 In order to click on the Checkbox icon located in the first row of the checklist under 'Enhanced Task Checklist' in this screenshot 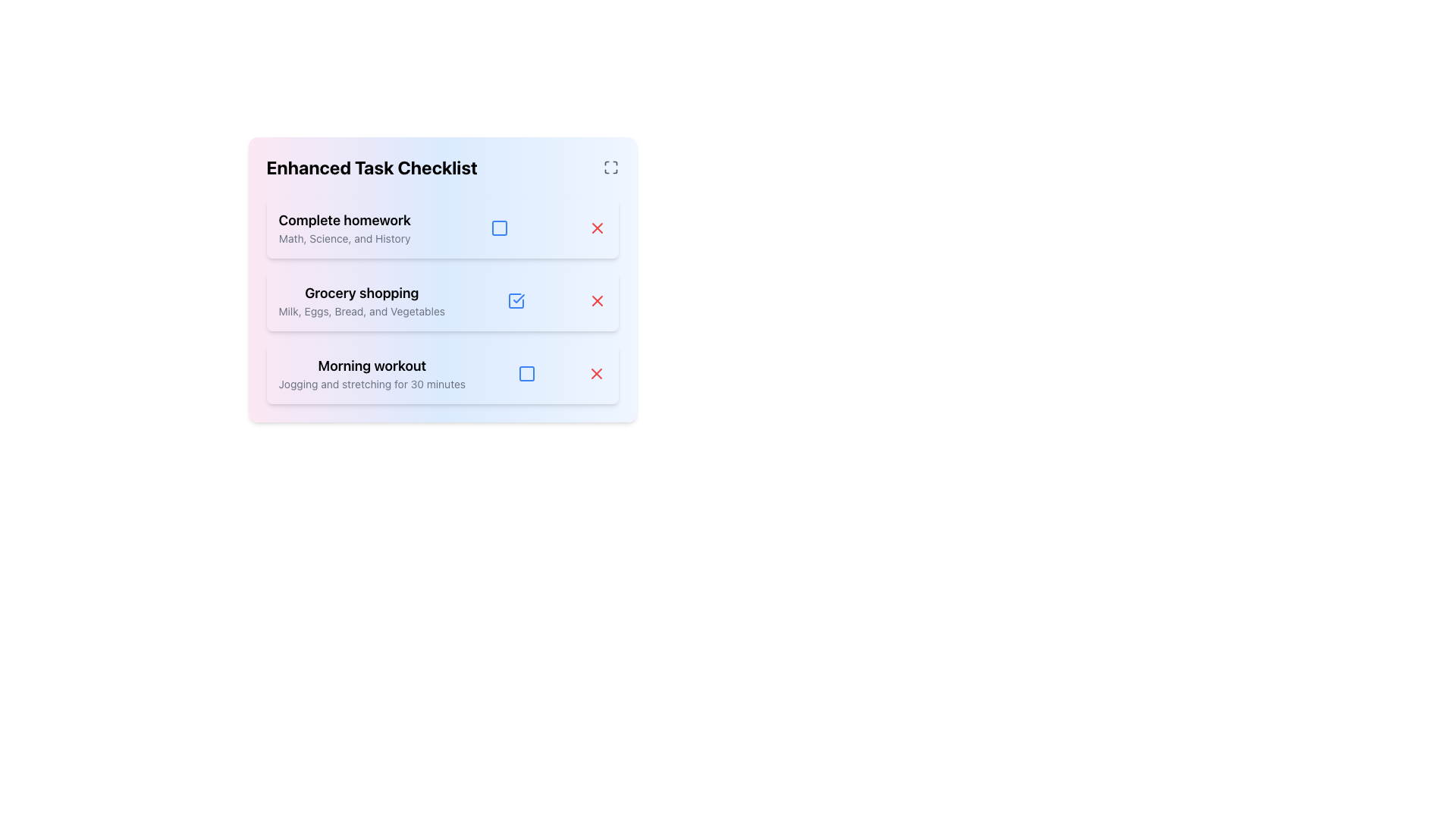, I will do `click(499, 227)`.